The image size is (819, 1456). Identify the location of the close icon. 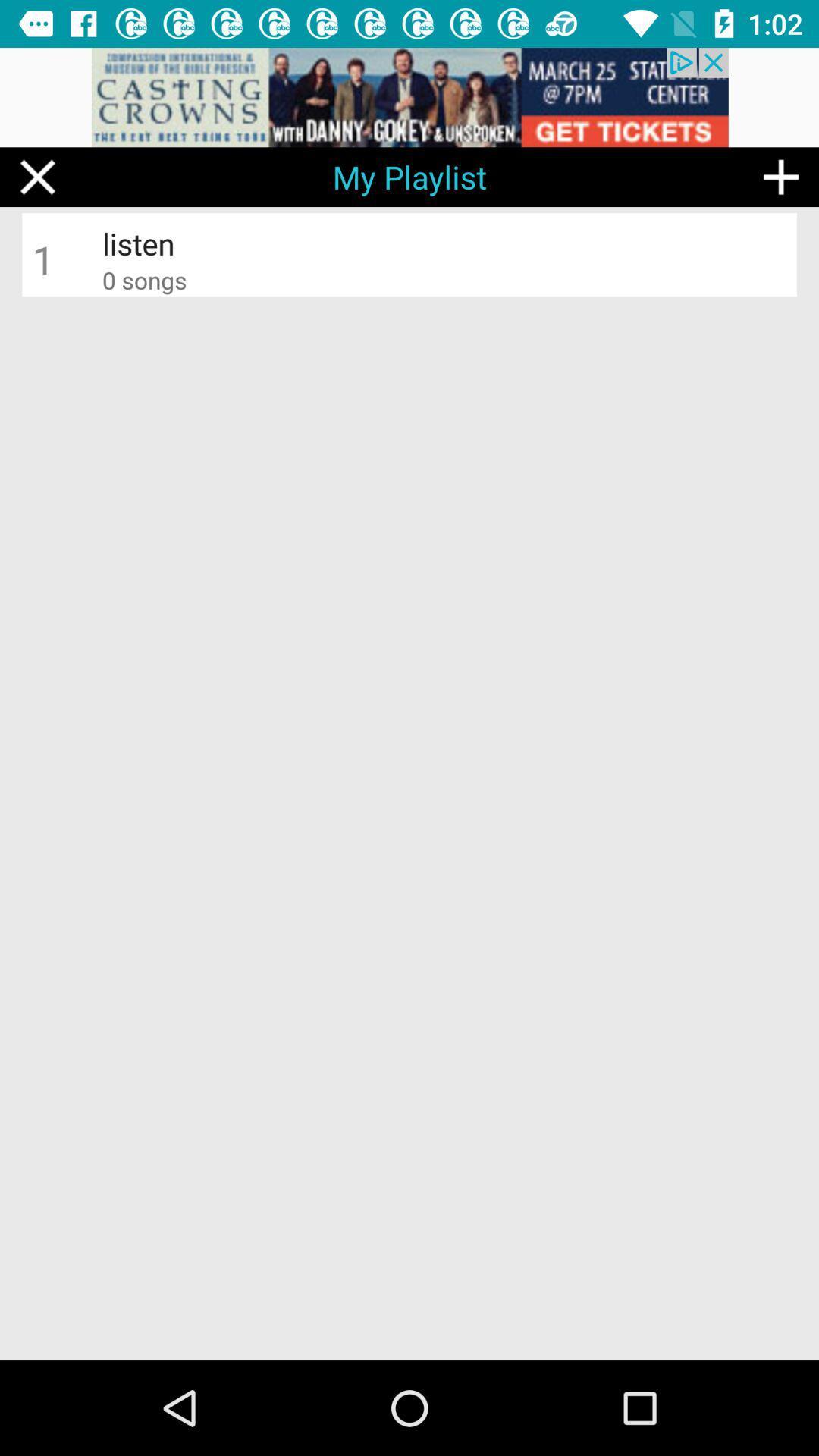
(36, 177).